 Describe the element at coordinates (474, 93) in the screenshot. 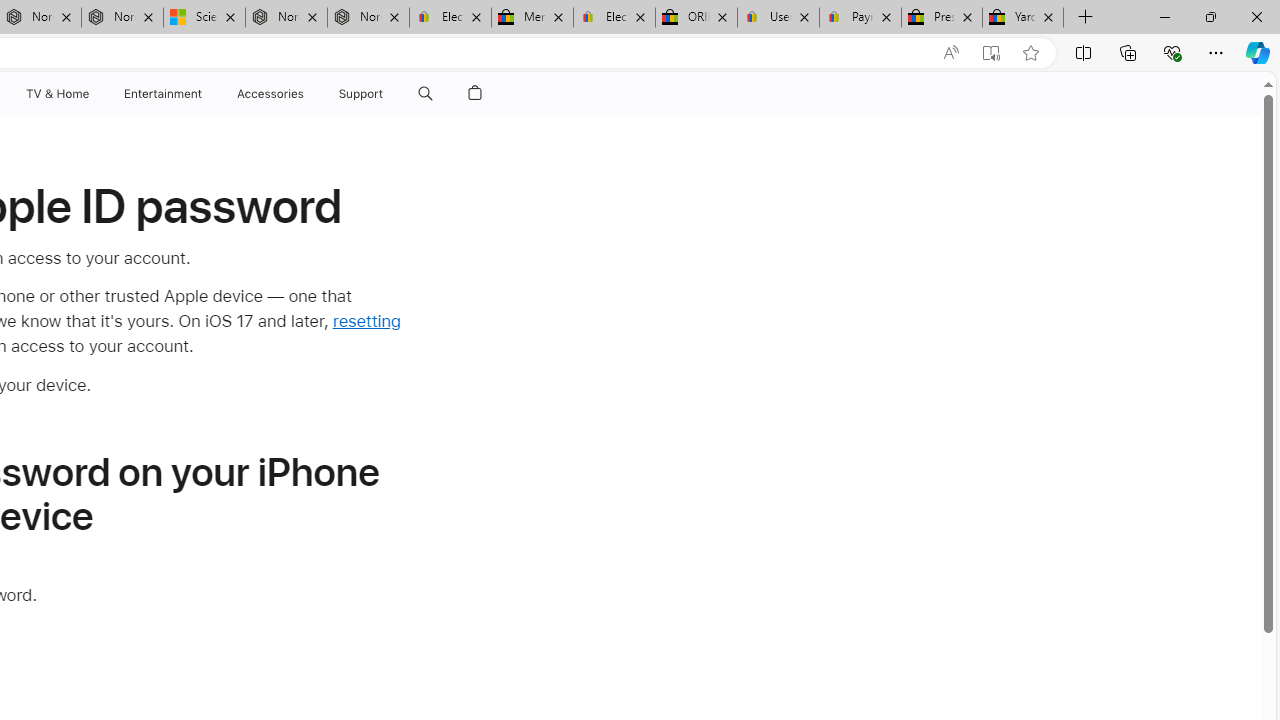

I see `'Shopping Bag'` at that location.